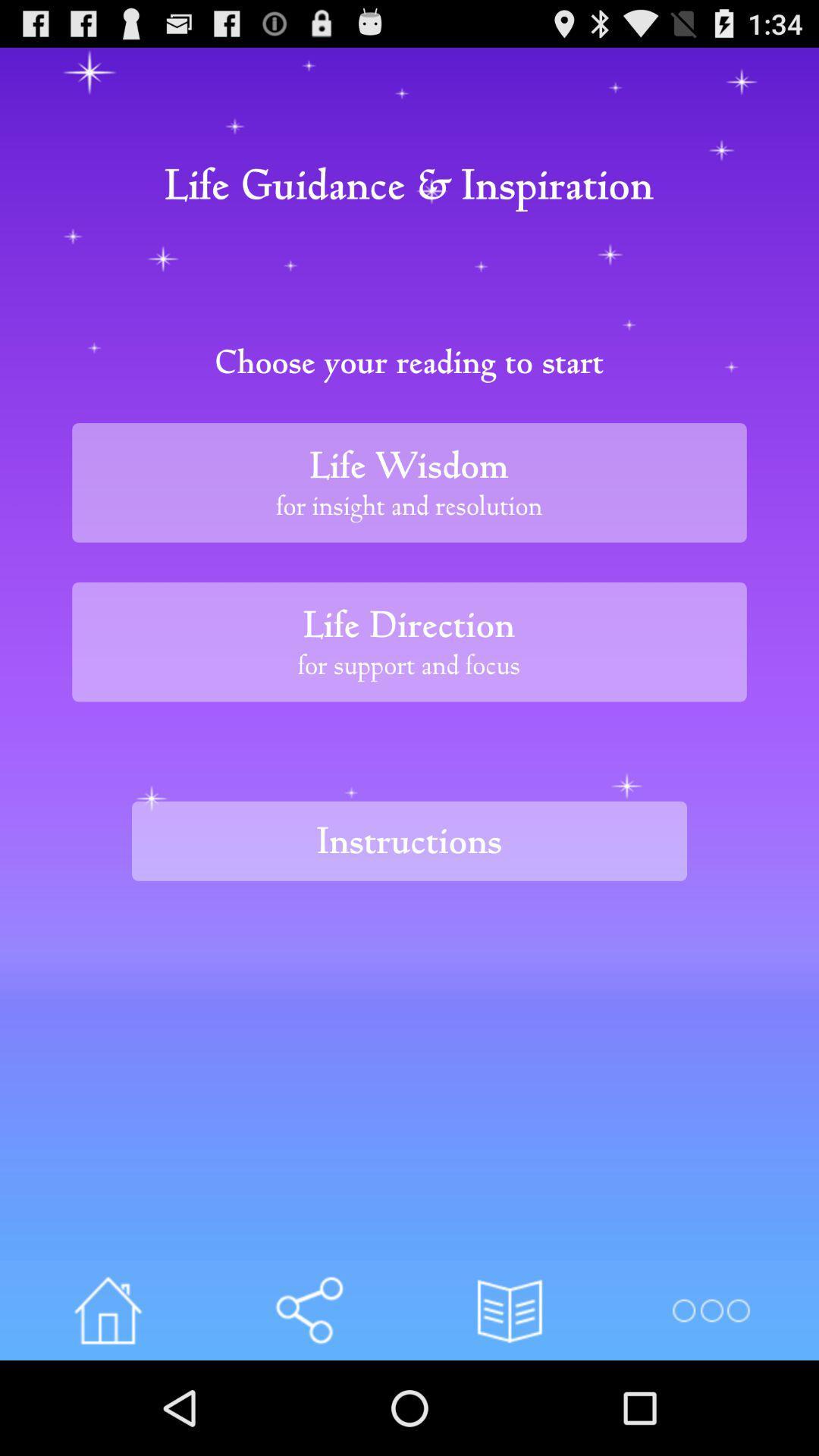 The width and height of the screenshot is (819, 1456). What do you see at coordinates (107, 1310) in the screenshot?
I see `your home page` at bounding box center [107, 1310].